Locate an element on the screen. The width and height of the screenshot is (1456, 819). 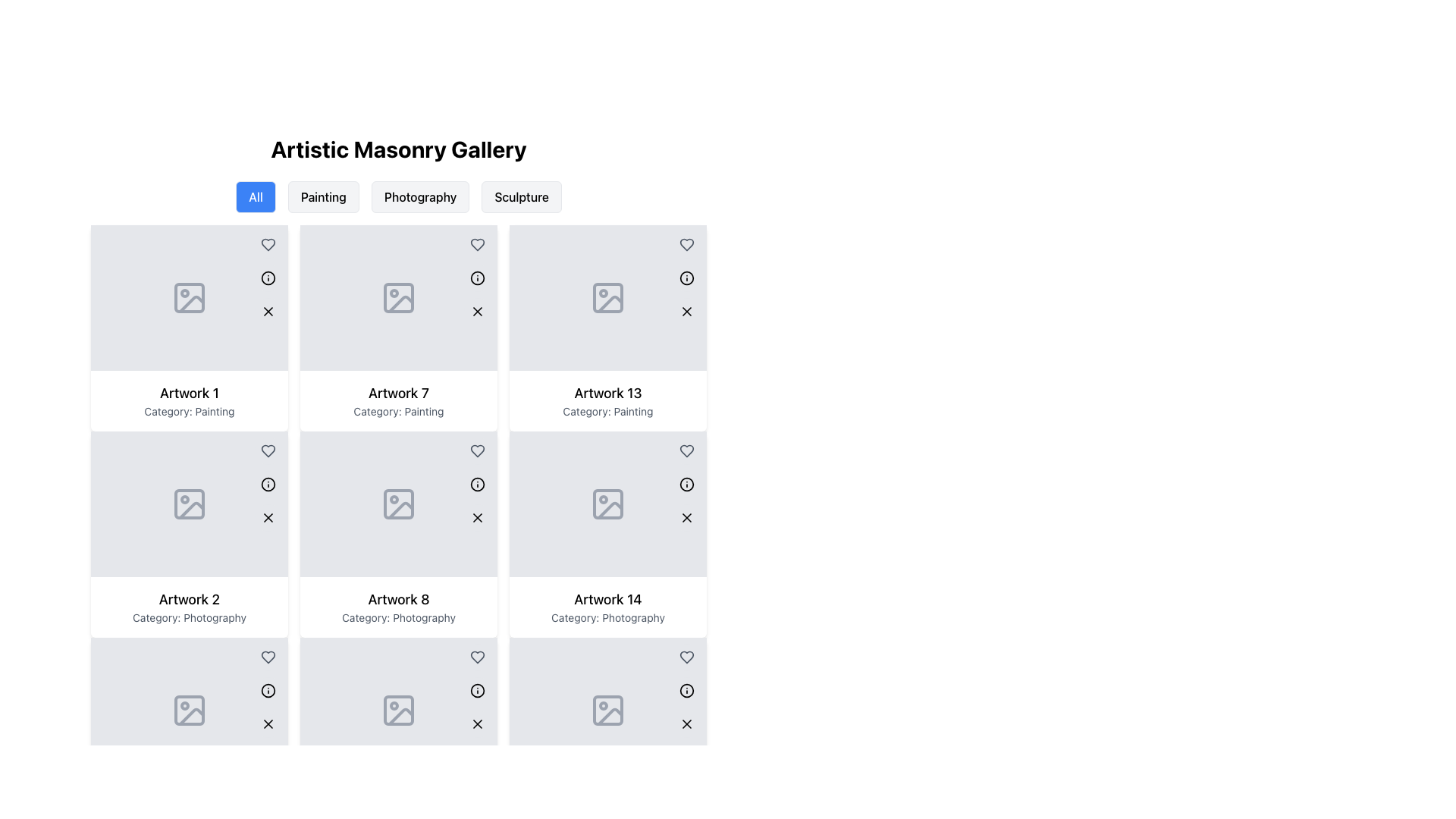
the diagonal vector graphic inside the image placeholder of the 'Artwork 13' card located in the third column and second row of the grid layout is located at coordinates (610, 304).